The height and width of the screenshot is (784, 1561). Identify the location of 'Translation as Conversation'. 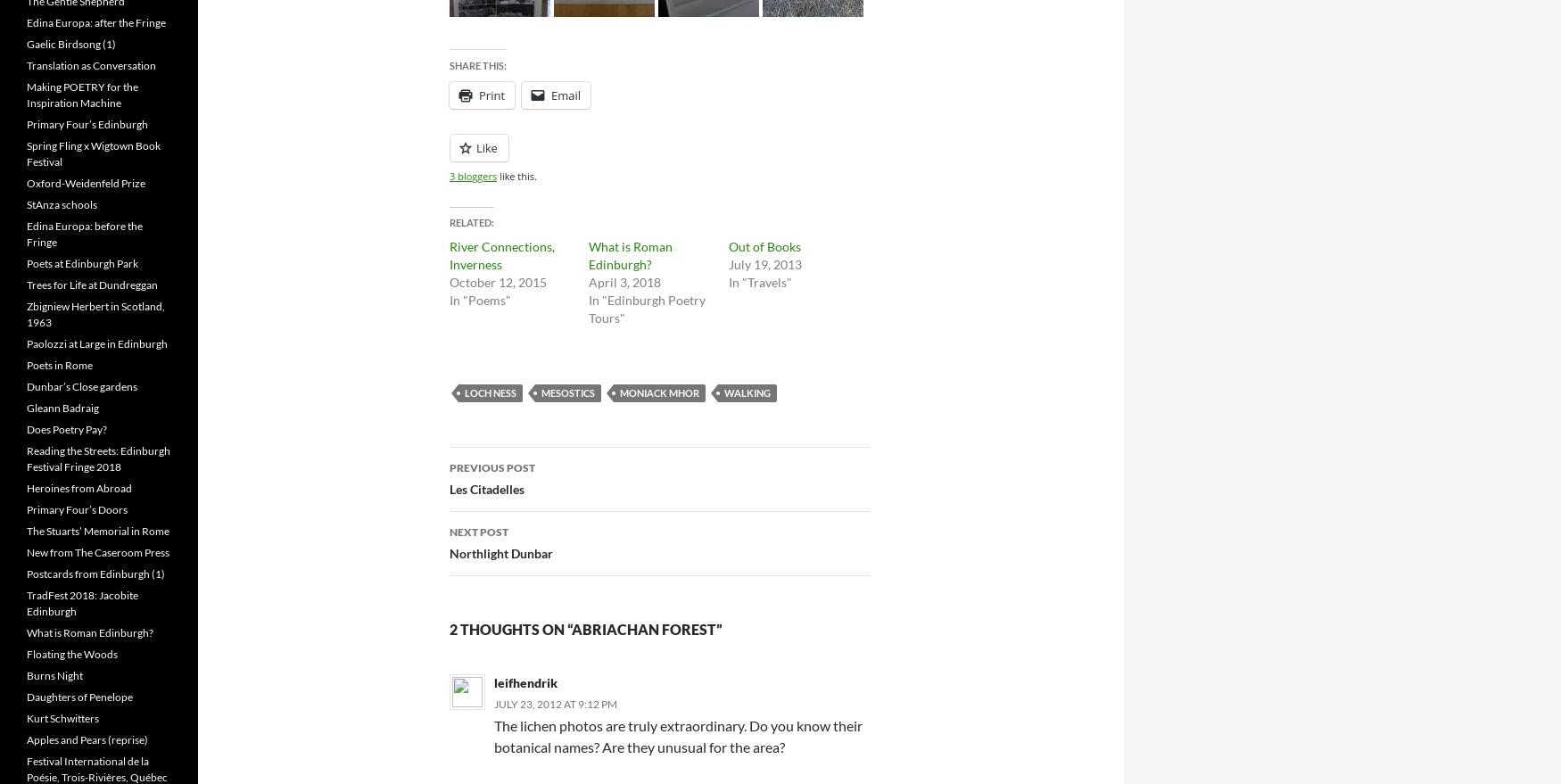
(91, 65).